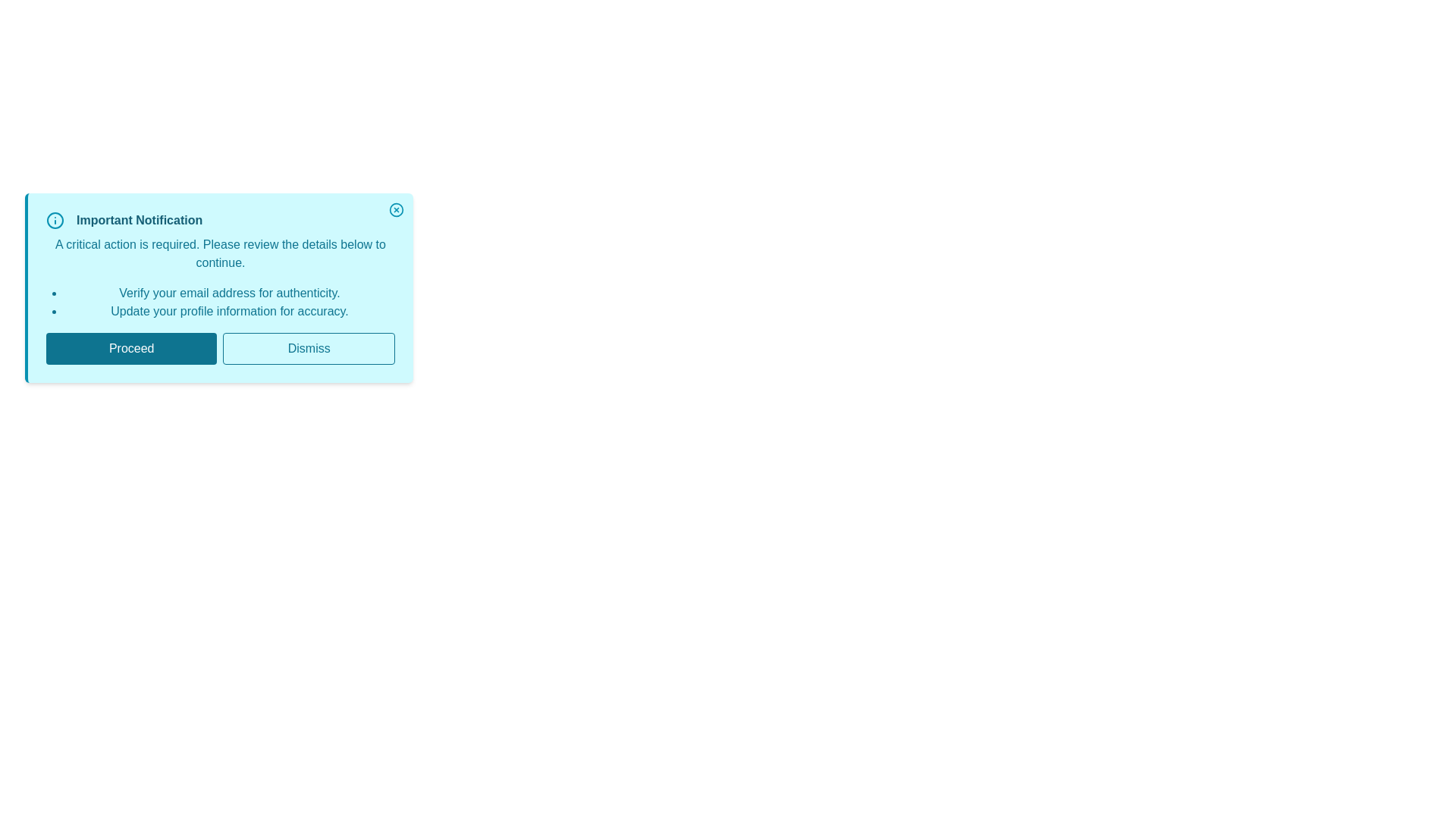  I want to click on the Dismiss button to observe its hover effect, so click(308, 348).